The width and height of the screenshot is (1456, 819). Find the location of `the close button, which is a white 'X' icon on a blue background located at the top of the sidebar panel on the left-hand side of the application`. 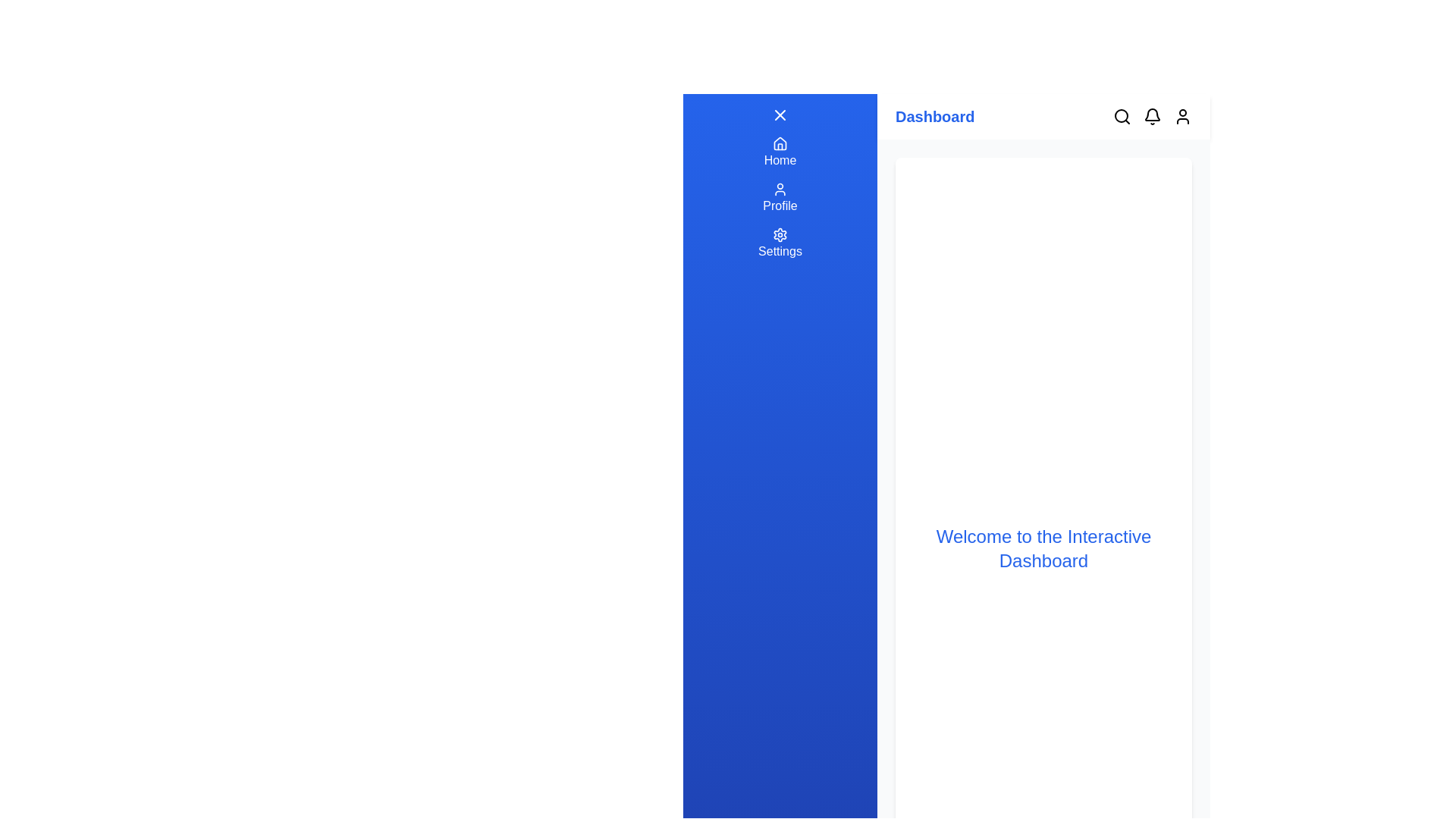

the close button, which is a white 'X' icon on a blue background located at the top of the sidebar panel on the left-hand side of the application is located at coordinates (780, 114).